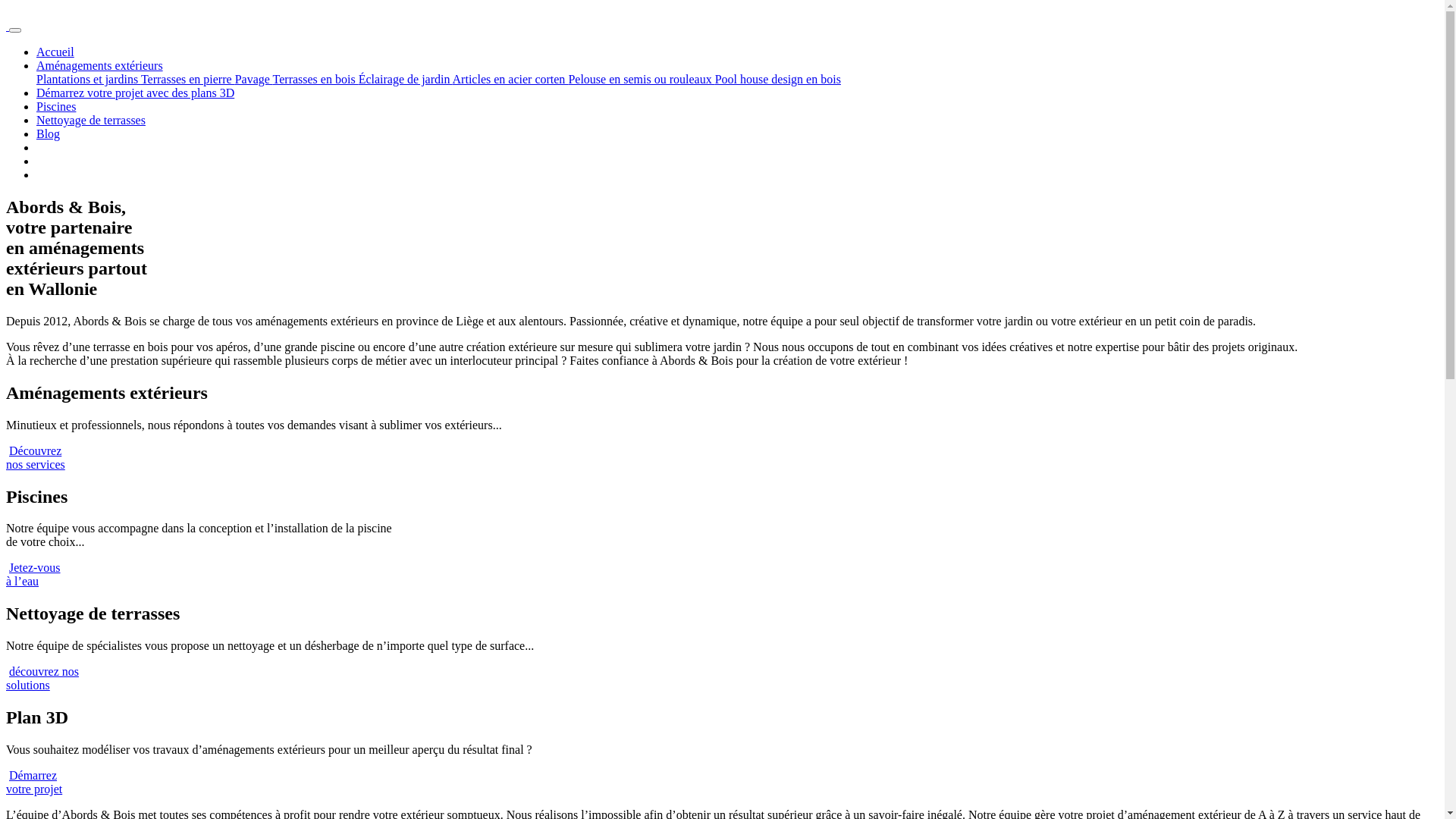 This screenshot has height=819, width=1456. I want to click on 'Terrasses en bois', so click(315, 79).